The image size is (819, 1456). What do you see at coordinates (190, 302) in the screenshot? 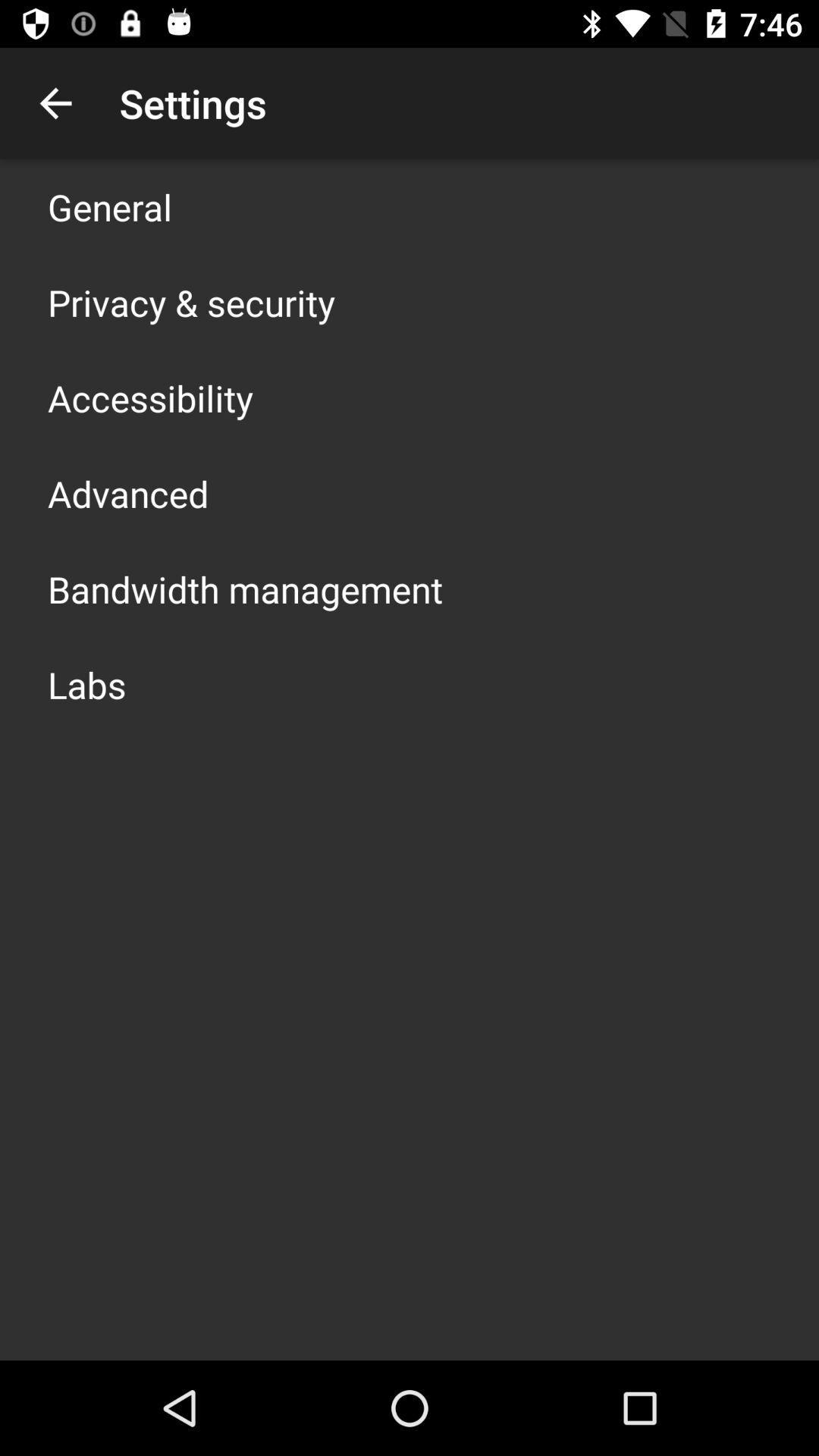
I see `the privacy & security item` at bounding box center [190, 302].